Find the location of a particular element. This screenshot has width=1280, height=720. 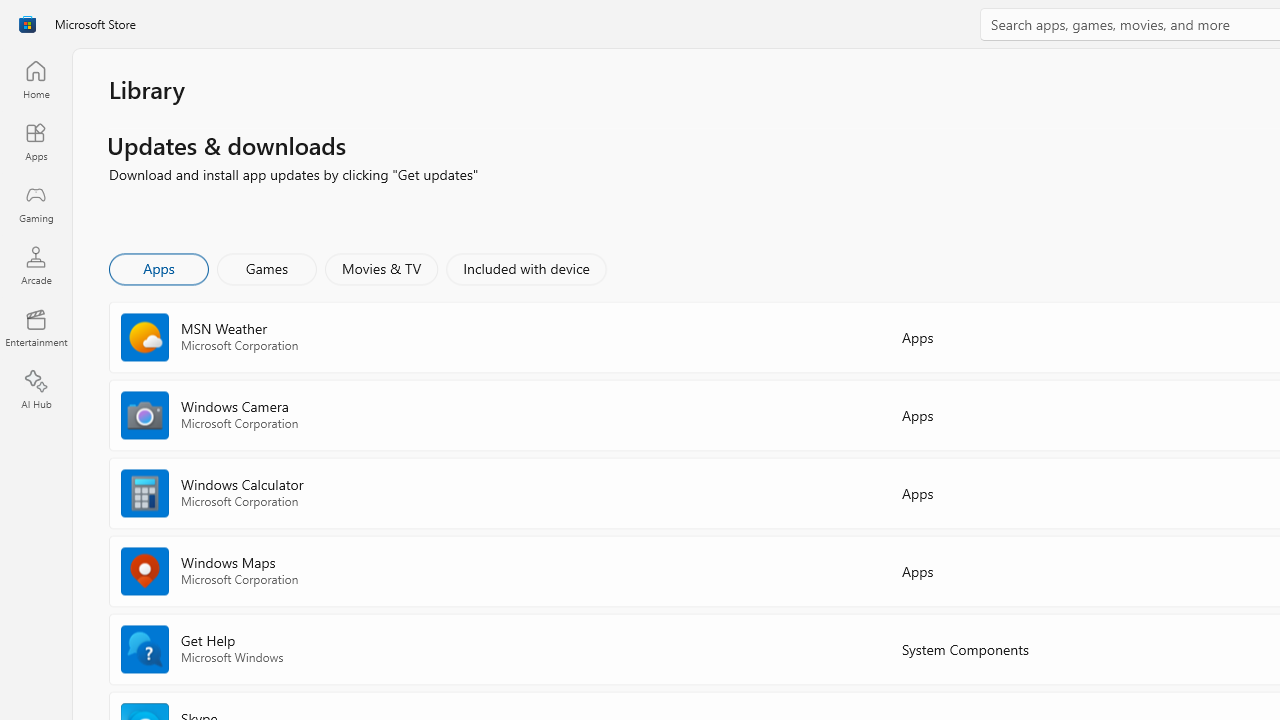

'Entertainment' is located at coordinates (35, 326).